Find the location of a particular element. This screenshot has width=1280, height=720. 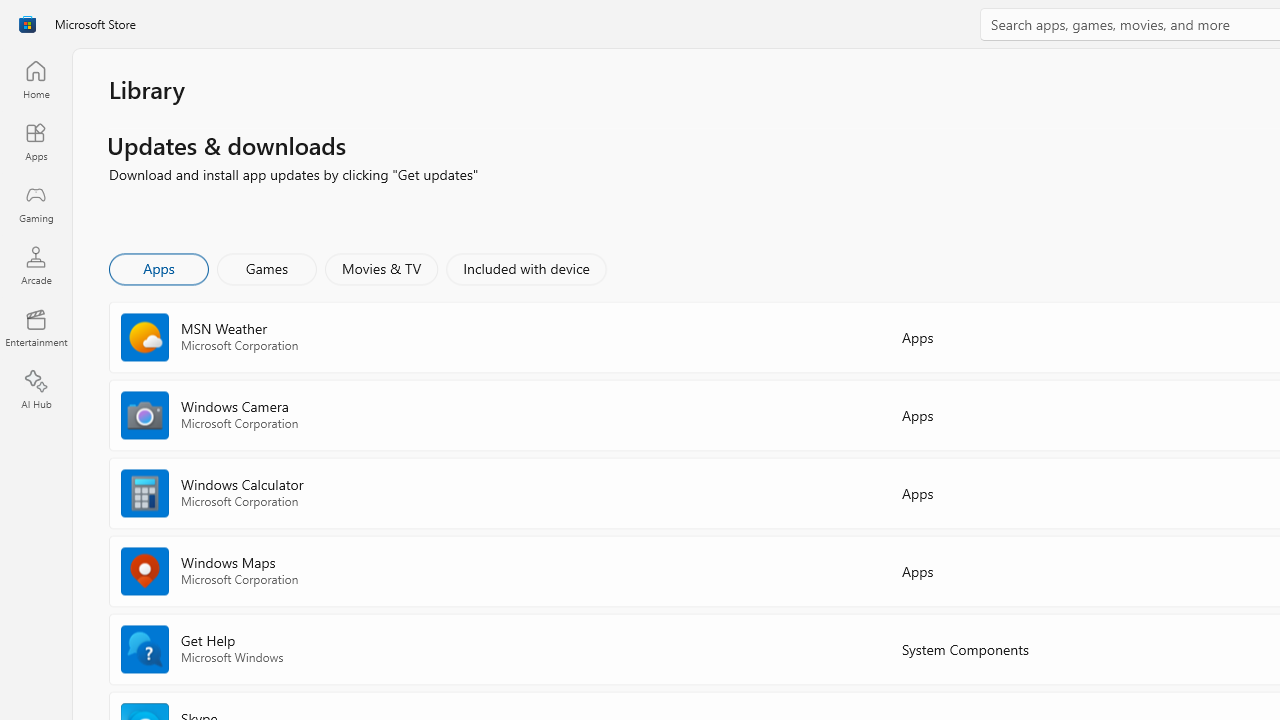

'Entertainment' is located at coordinates (35, 326).